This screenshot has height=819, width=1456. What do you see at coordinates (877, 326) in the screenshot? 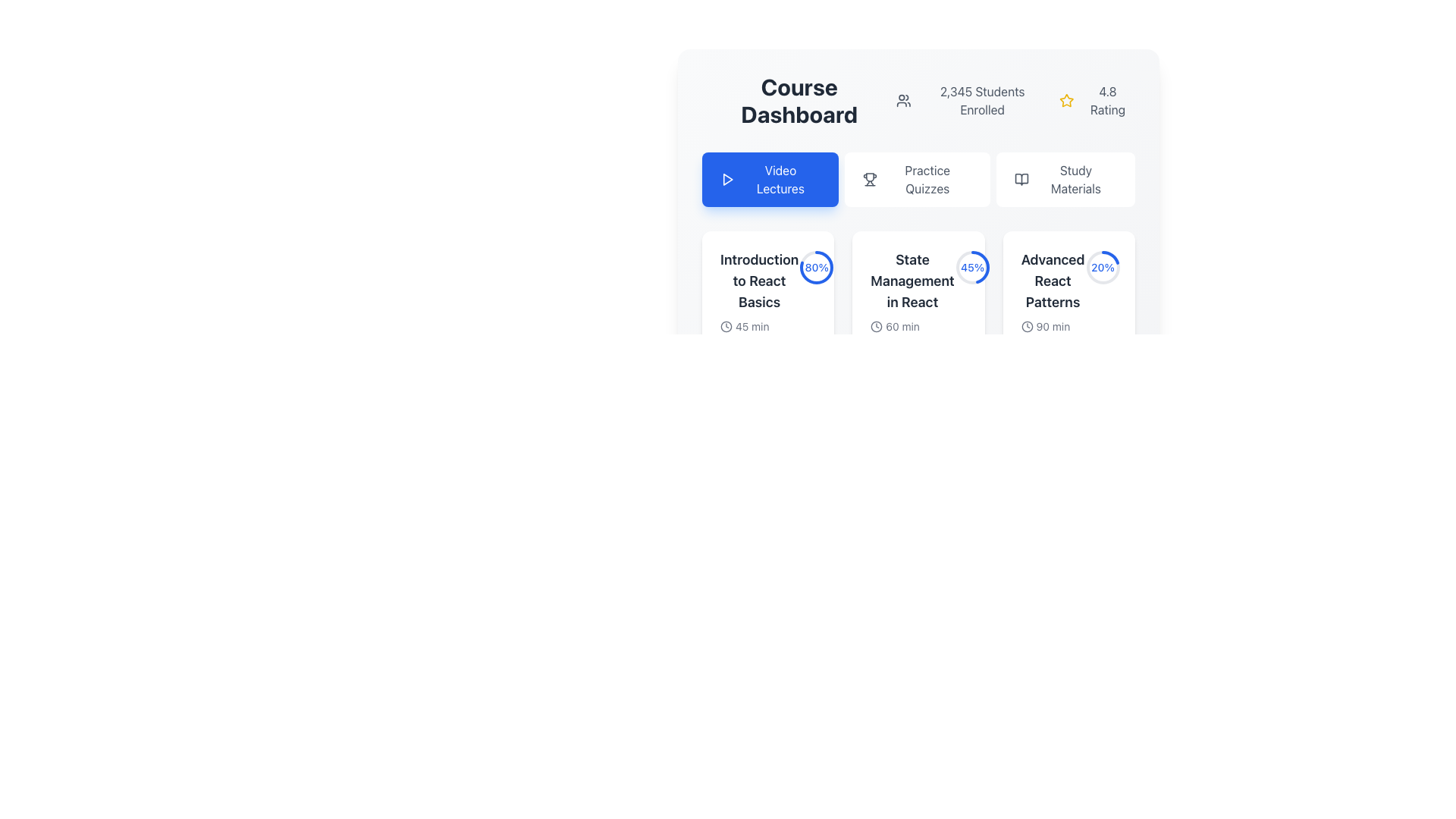
I see `the small circular clock icon located to the left of the '60 min' text in the second card under the 'State Management in React' section` at bounding box center [877, 326].